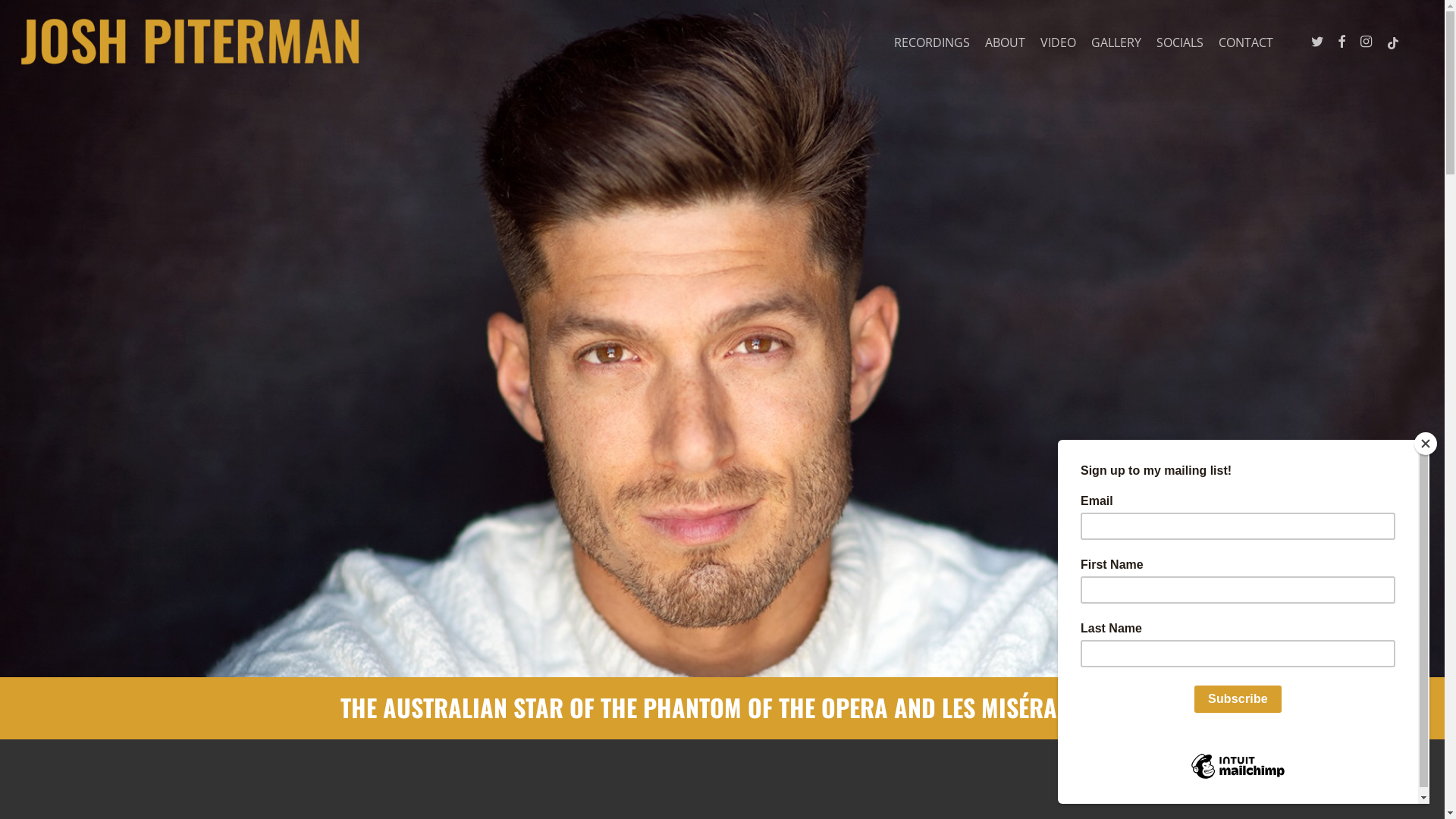 This screenshot has width=1456, height=819. Describe the element at coordinates (977, 42) in the screenshot. I see `'ABOUT'` at that location.